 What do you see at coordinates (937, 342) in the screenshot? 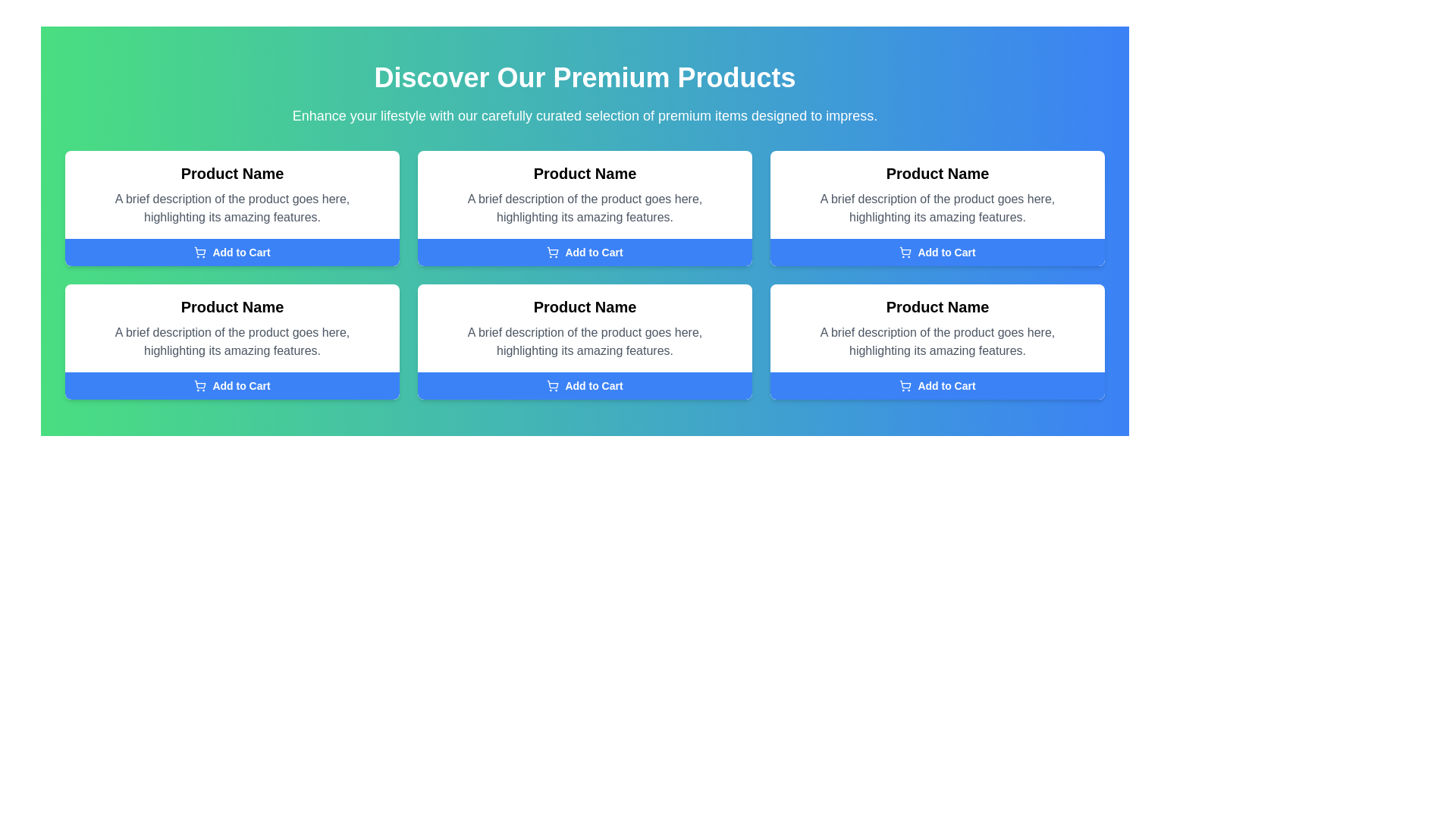
I see `the static text label providing a brief description of the product within the third card in the second row of the grid layout, positioned below 'Product Name' and above 'Add to Cart'` at bounding box center [937, 342].